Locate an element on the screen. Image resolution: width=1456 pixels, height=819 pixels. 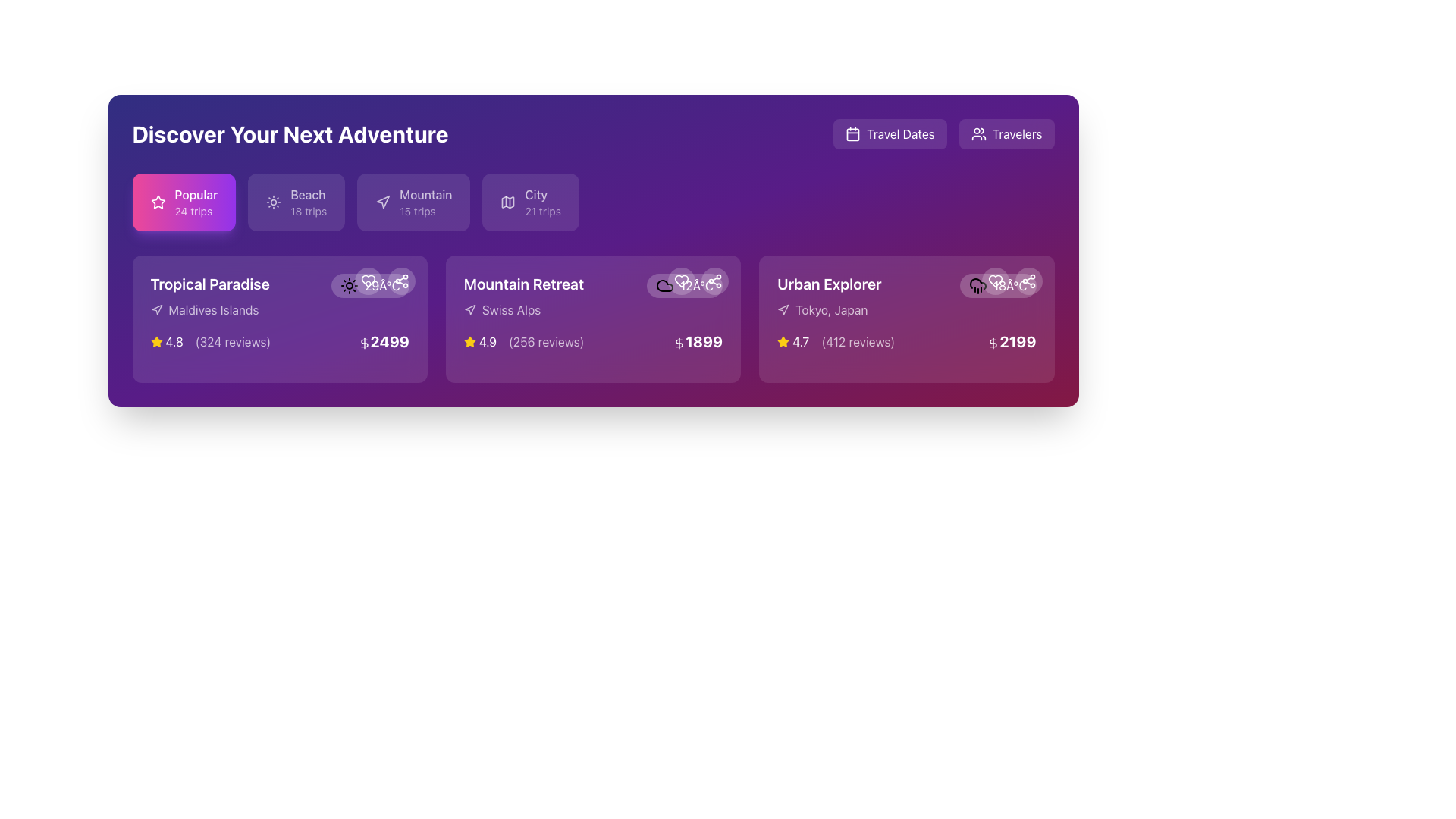
the text label providing information about the number of trips available under the 'Mountain' category, located below the title 'Mountain' in the third category button is located at coordinates (425, 211).